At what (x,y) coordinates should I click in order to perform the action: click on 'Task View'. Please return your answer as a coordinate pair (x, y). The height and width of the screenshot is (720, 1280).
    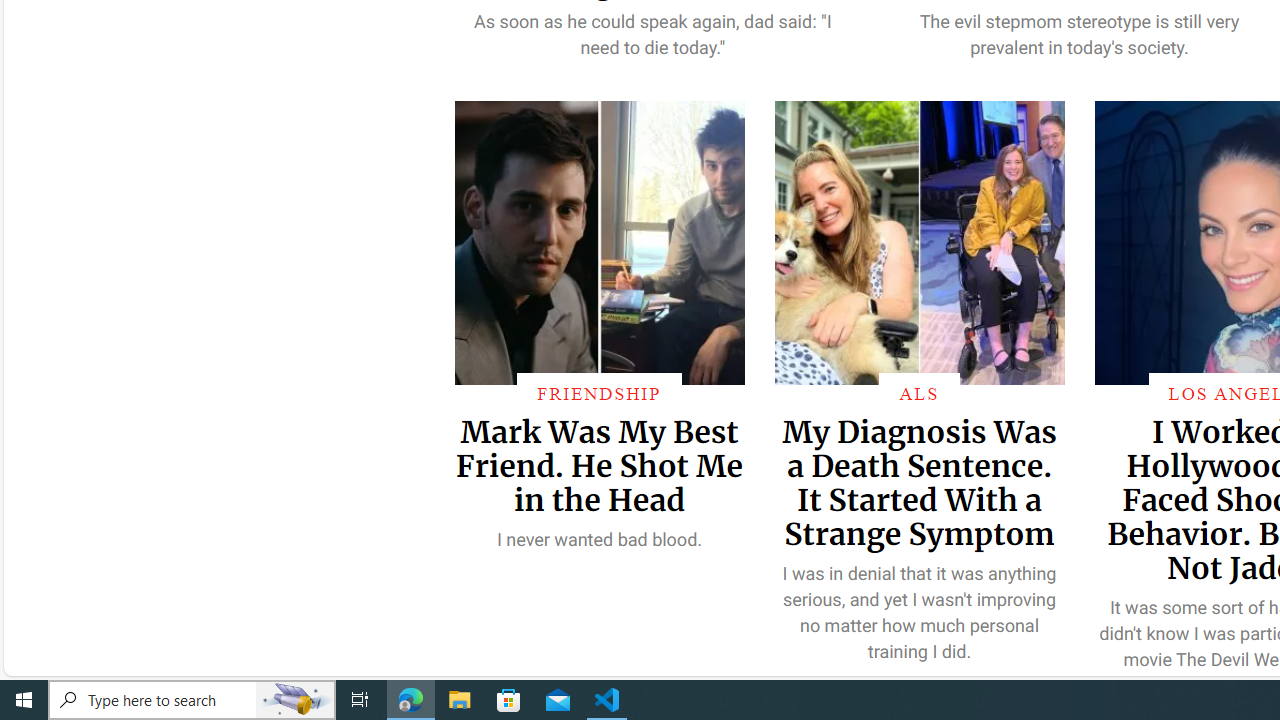
    Looking at the image, I should click on (359, 698).